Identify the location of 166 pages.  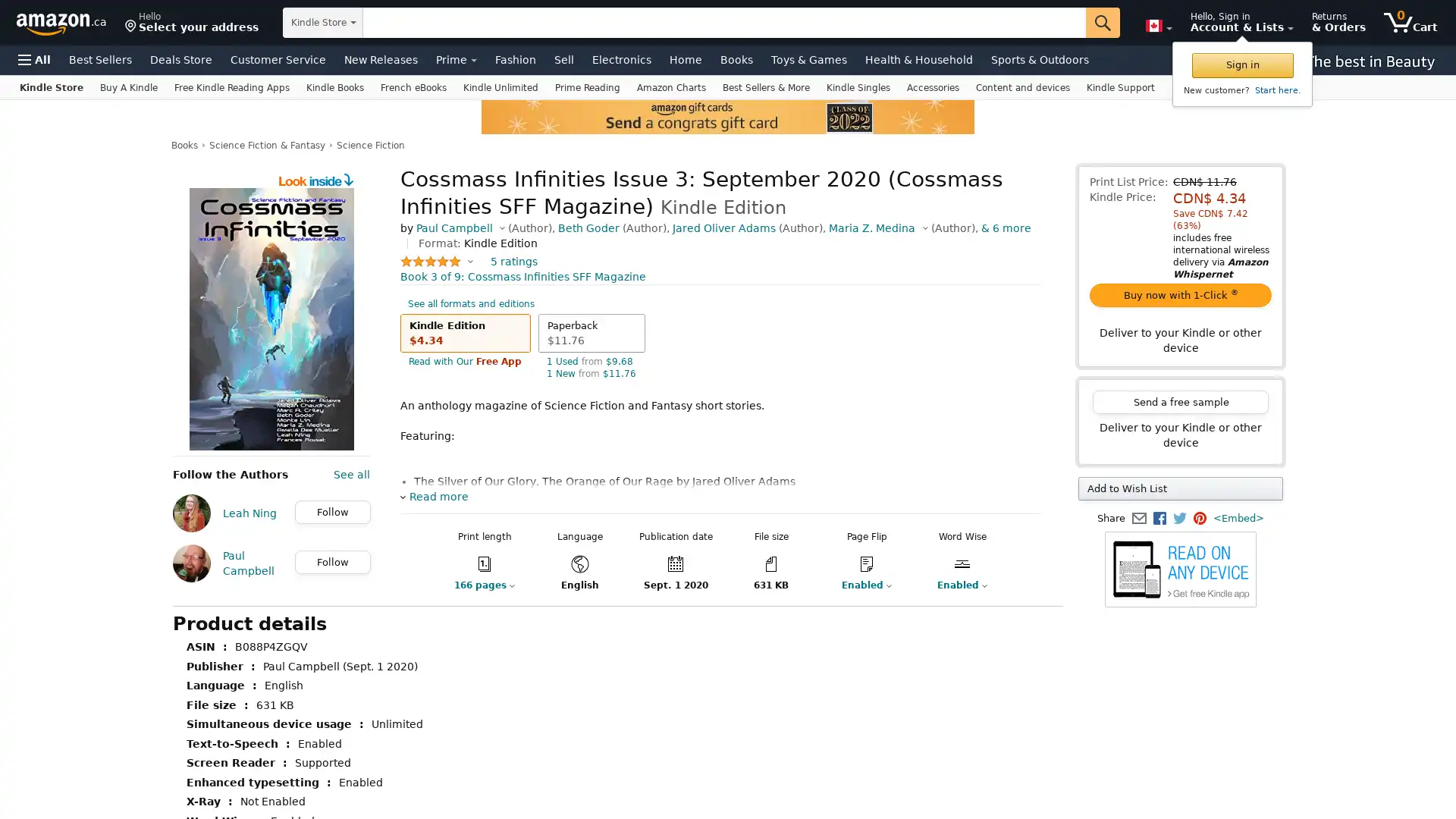
(483, 584).